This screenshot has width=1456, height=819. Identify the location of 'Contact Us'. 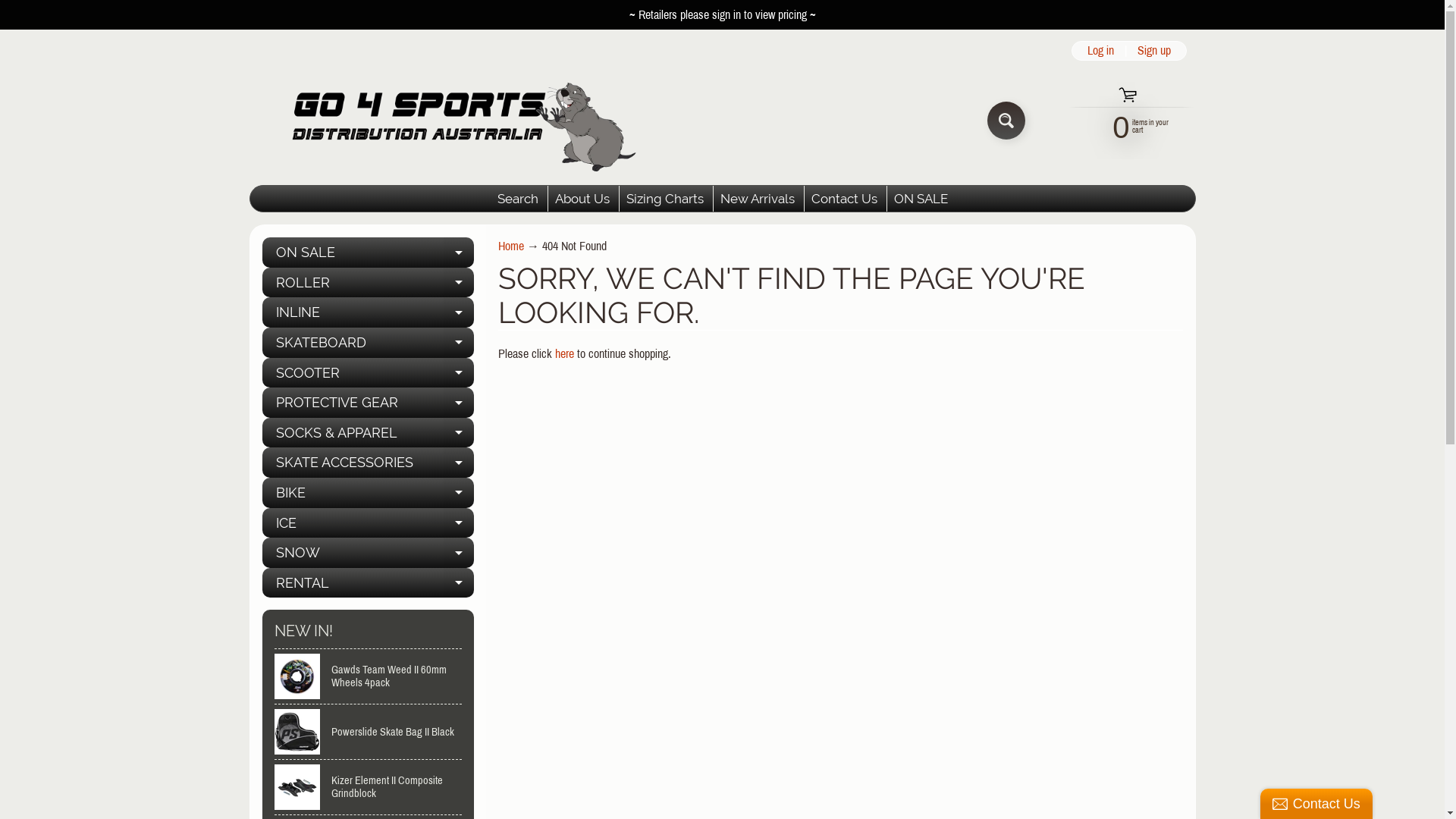
(843, 198).